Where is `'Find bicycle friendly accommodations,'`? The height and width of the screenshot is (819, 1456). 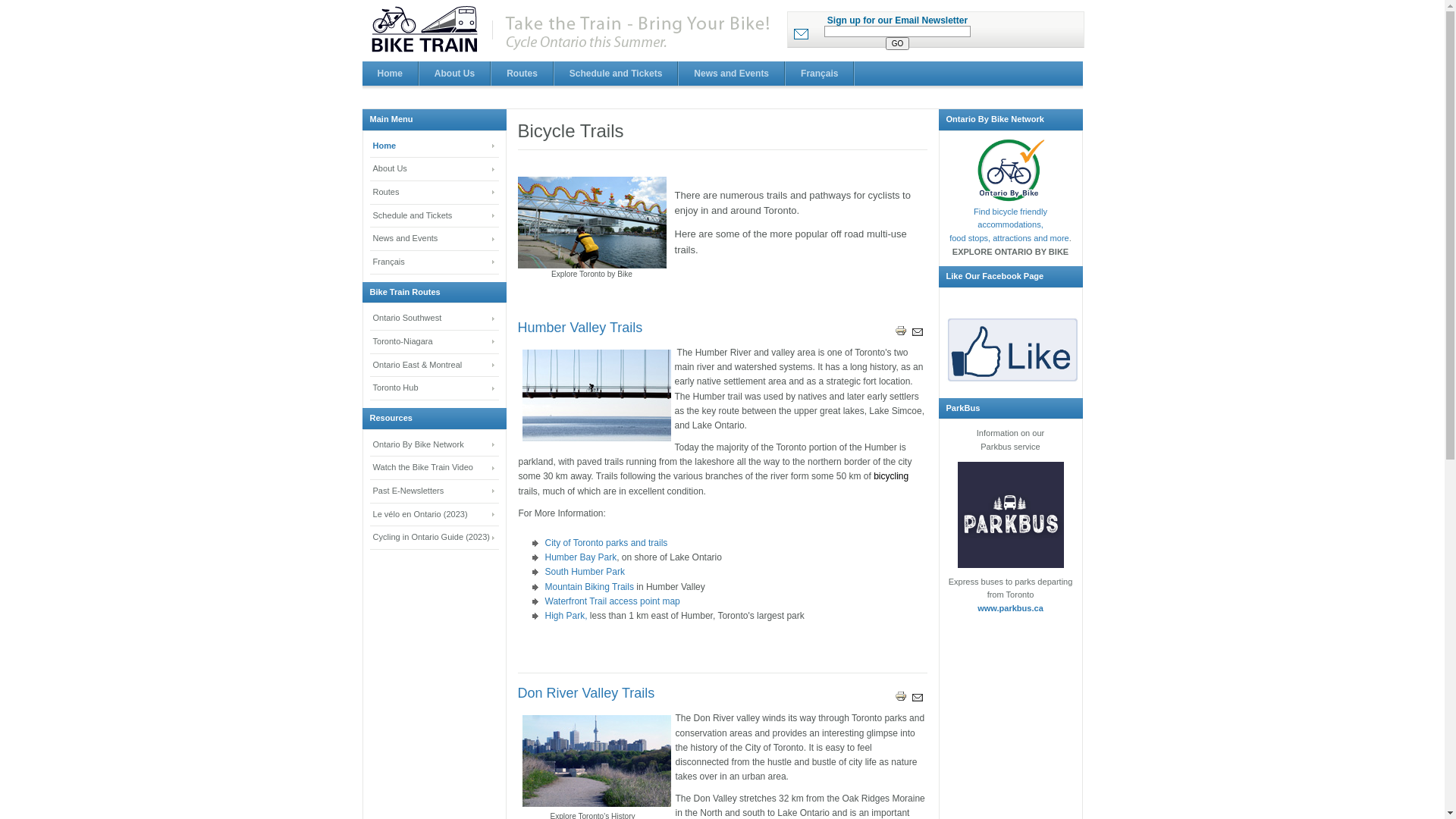
'Find bicycle friendly accommodations,' is located at coordinates (1010, 218).